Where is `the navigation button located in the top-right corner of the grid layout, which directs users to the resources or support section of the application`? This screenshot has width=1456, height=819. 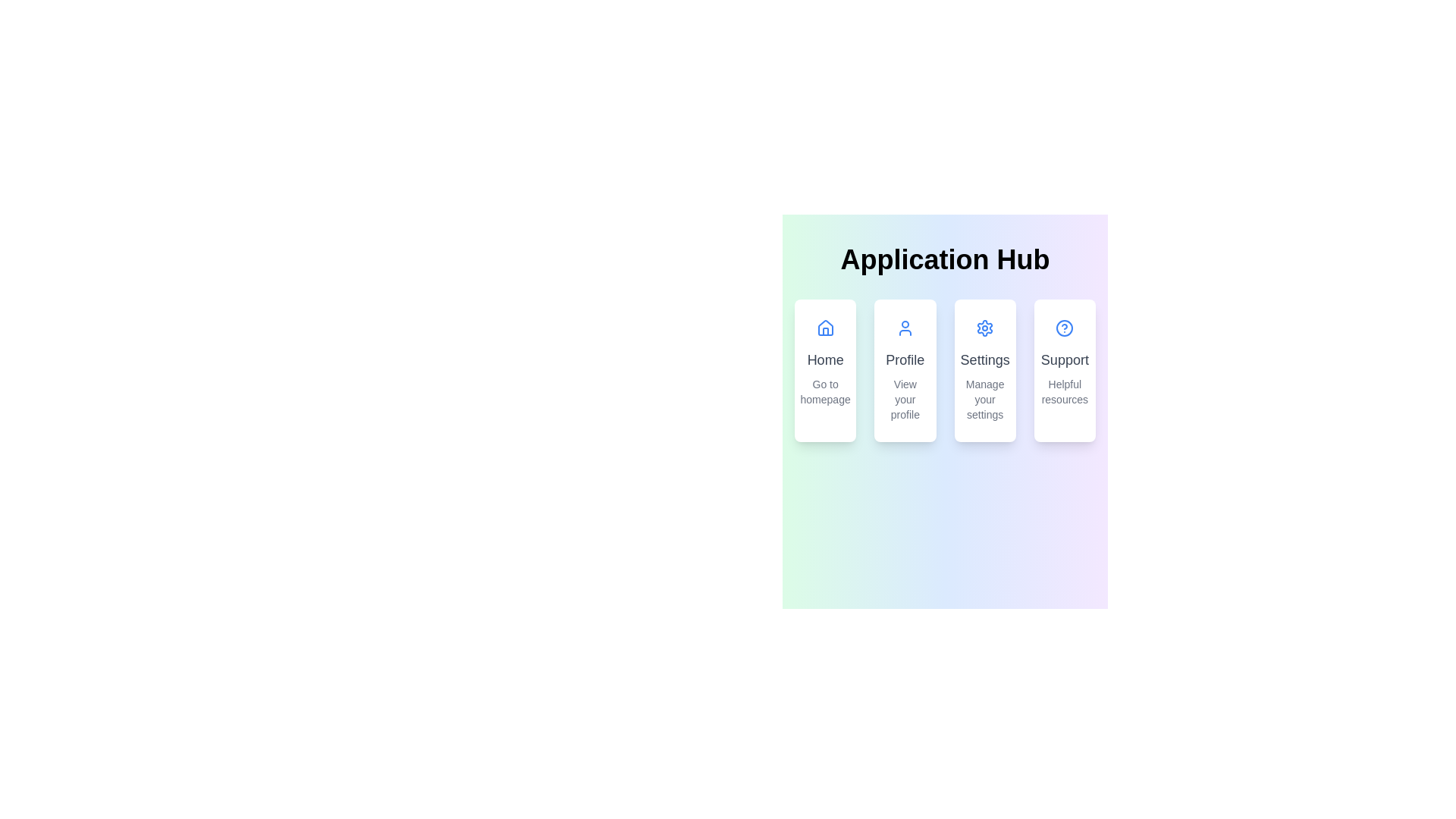 the navigation button located in the top-right corner of the grid layout, which directs users to the resources or support section of the application is located at coordinates (1064, 371).